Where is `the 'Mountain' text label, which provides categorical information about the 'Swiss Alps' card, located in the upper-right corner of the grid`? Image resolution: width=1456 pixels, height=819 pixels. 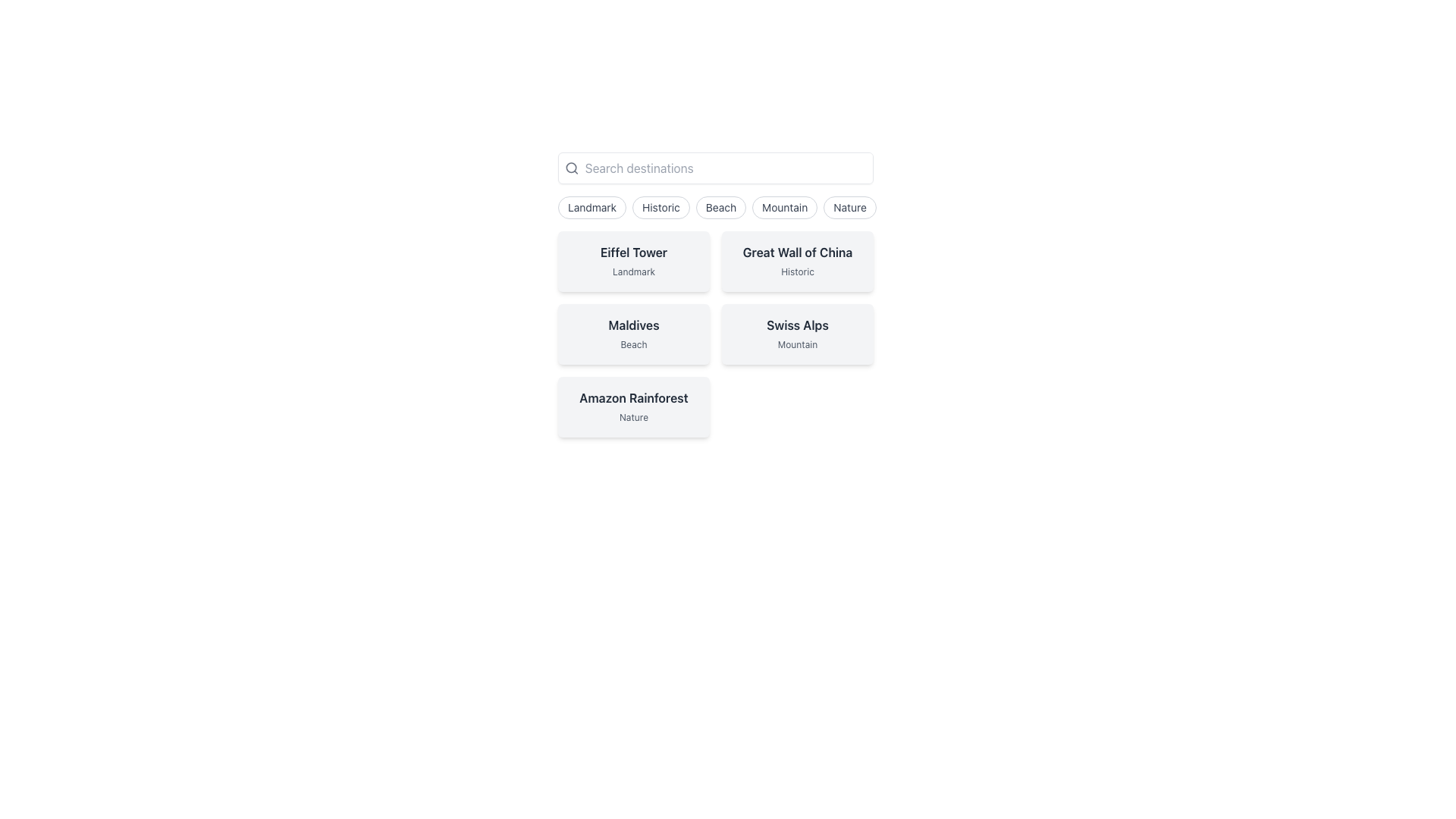 the 'Mountain' text label, which provides categorical information about the 'Swiss Alps' card, located in the upper-right corner of the grid is located at coordinates (796, 344).